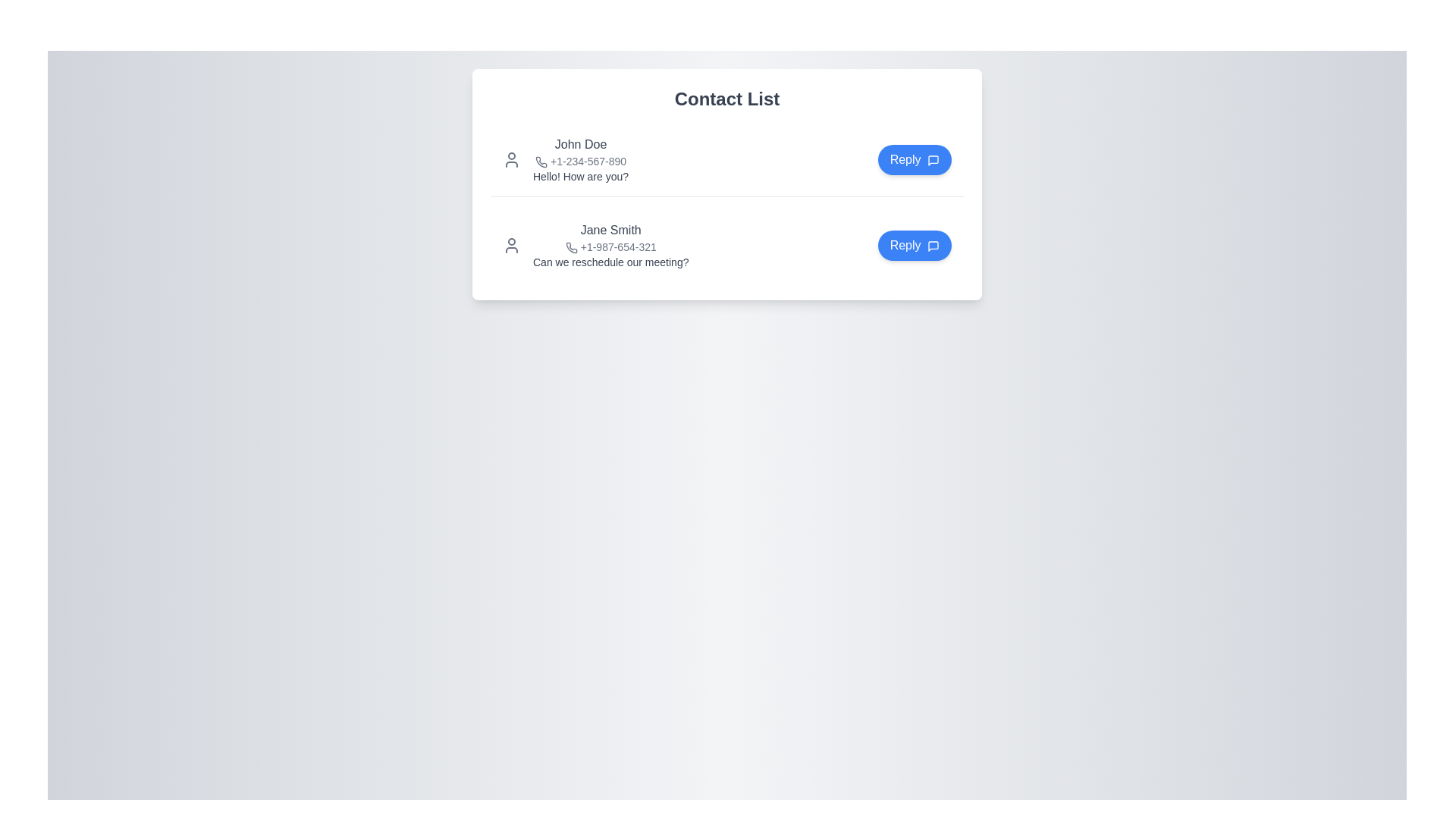  What do you see at coordinates (565, 160) in the screenshot?
I see `text content displayed in the Text Display for the contact 'John Doe', which includes the name, phone number, and message` at bounding box center [565, 160].